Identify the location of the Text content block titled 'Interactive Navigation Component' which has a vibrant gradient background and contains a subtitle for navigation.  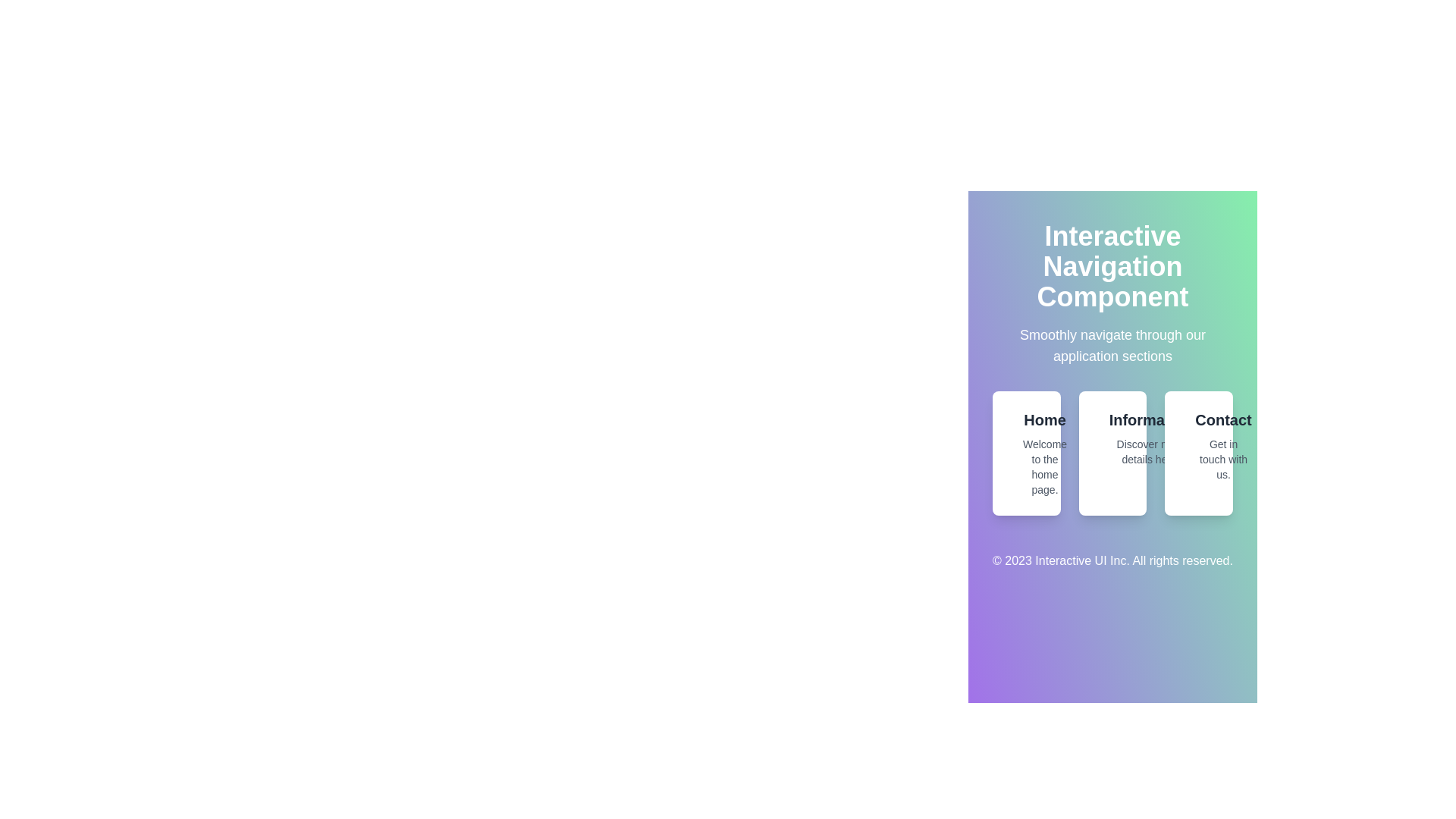
(1112, 294).